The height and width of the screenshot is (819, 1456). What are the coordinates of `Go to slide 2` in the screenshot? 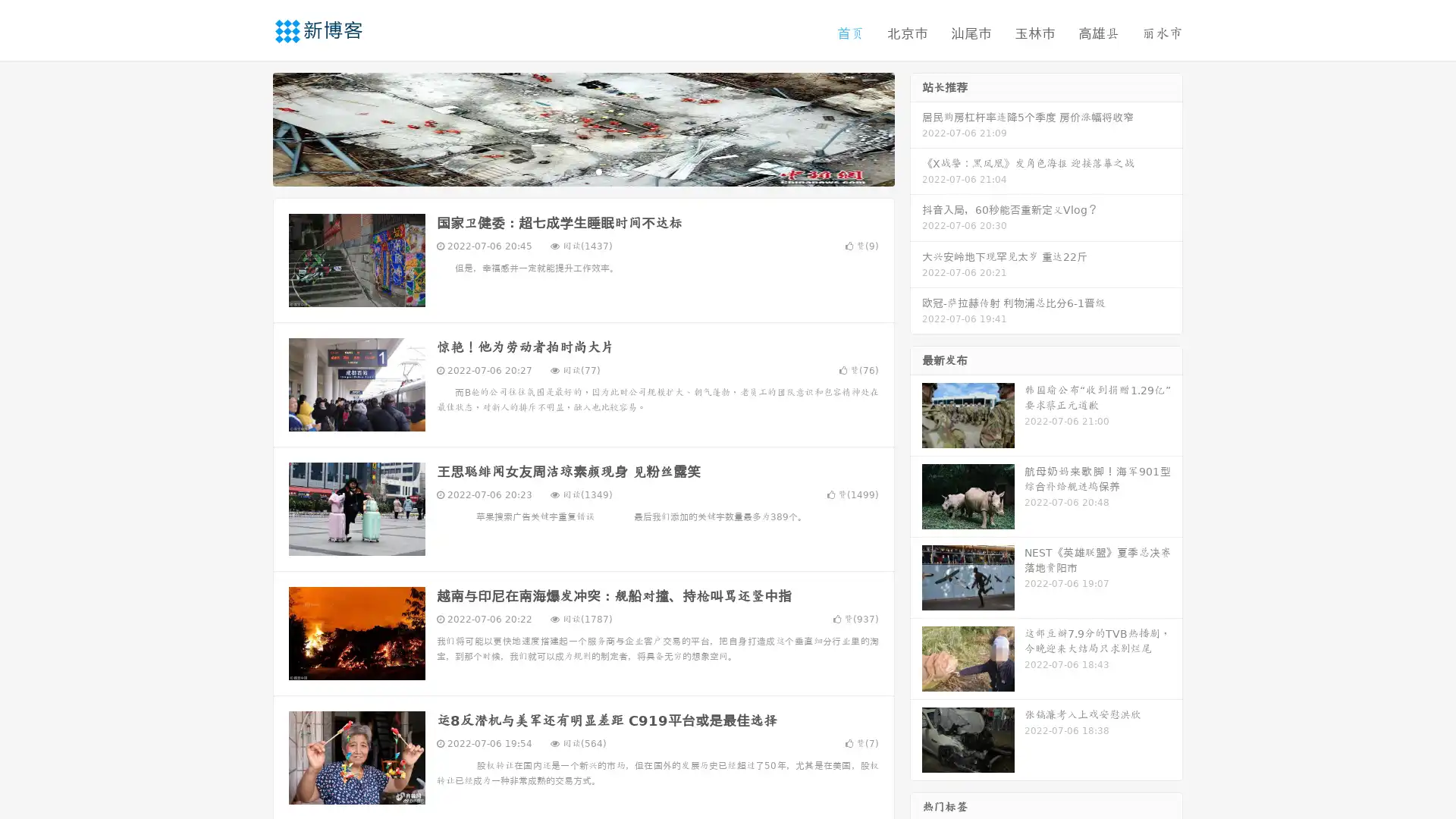 It's located at (582, 171).